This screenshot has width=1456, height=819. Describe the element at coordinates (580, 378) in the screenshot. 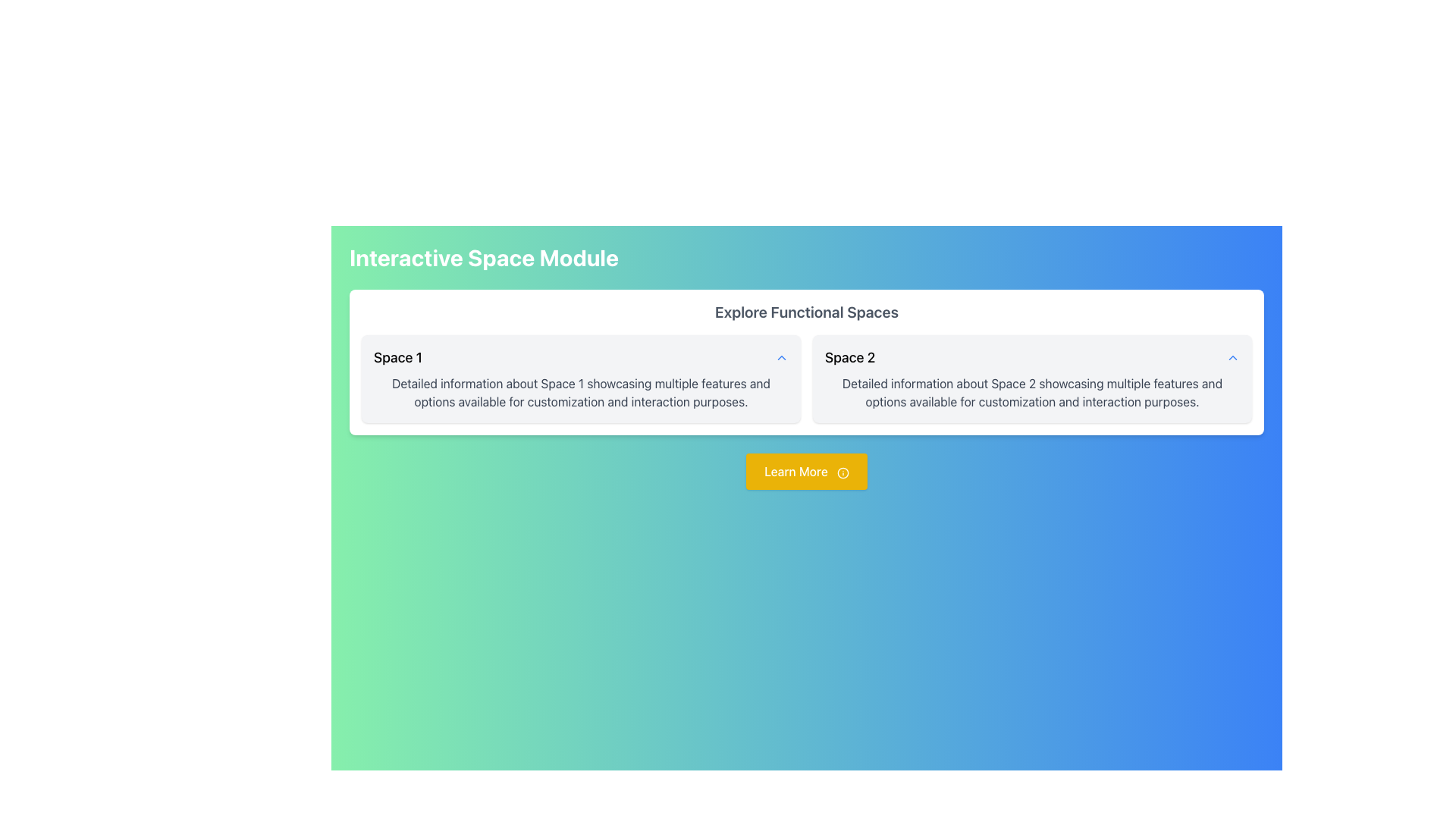

I see `the Informational card titled 'Space 1' which has a light gray background, rounded corners, and includes bold text at the top. It is the leftmost card in a two-column layout and is located in the mid-upper section of the interface` at that location.